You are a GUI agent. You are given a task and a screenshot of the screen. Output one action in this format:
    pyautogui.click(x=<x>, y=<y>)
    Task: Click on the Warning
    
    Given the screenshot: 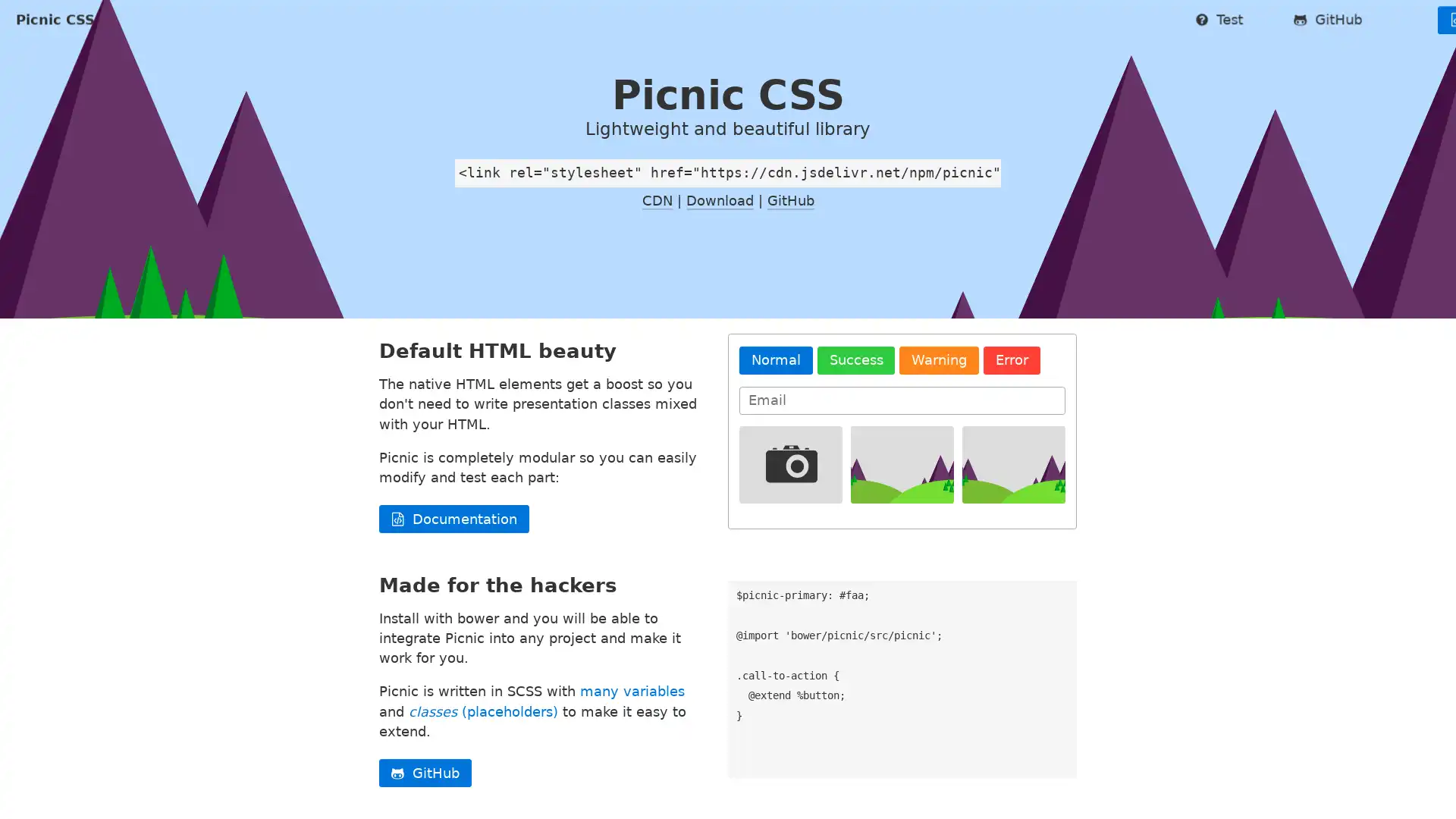 What is the action you would take?
    pyautogui.click(x=938, y=404)
    